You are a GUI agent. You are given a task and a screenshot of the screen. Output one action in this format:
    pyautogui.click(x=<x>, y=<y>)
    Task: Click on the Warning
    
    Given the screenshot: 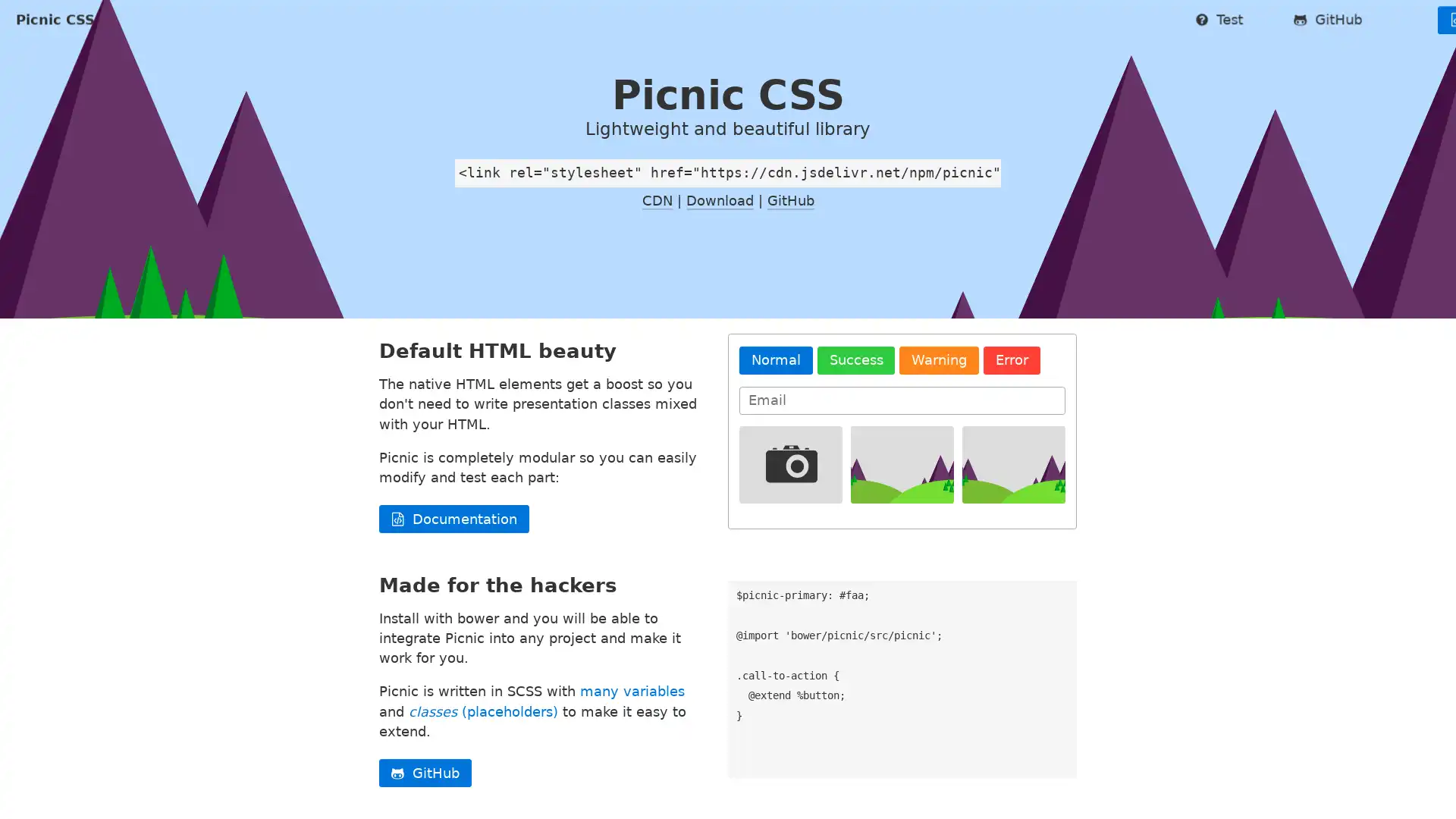 What is the action you would take?
    pyautogui.click(x=938, y=404)
    